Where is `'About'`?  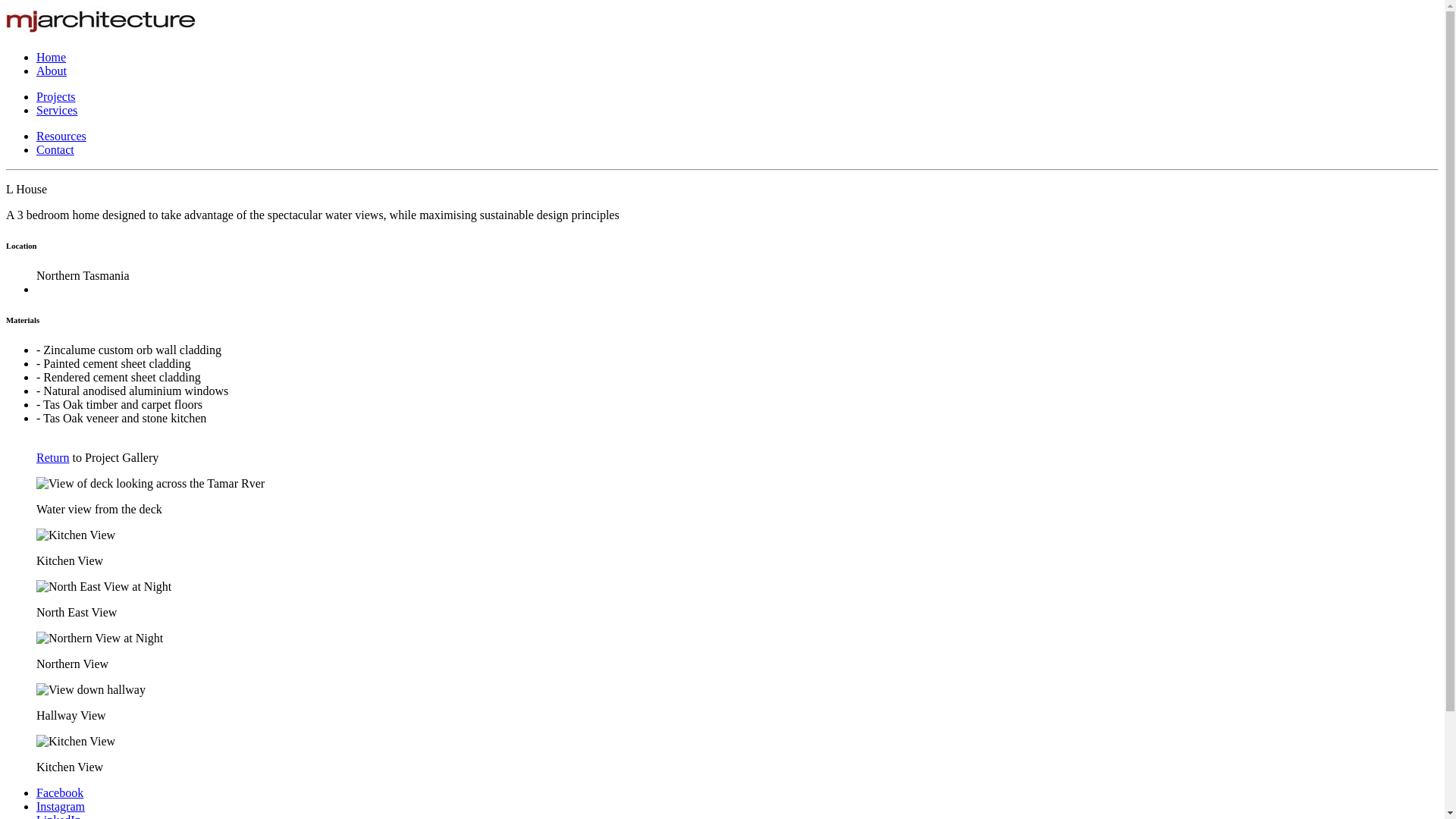
'About' is located at coordinates (51, 71).